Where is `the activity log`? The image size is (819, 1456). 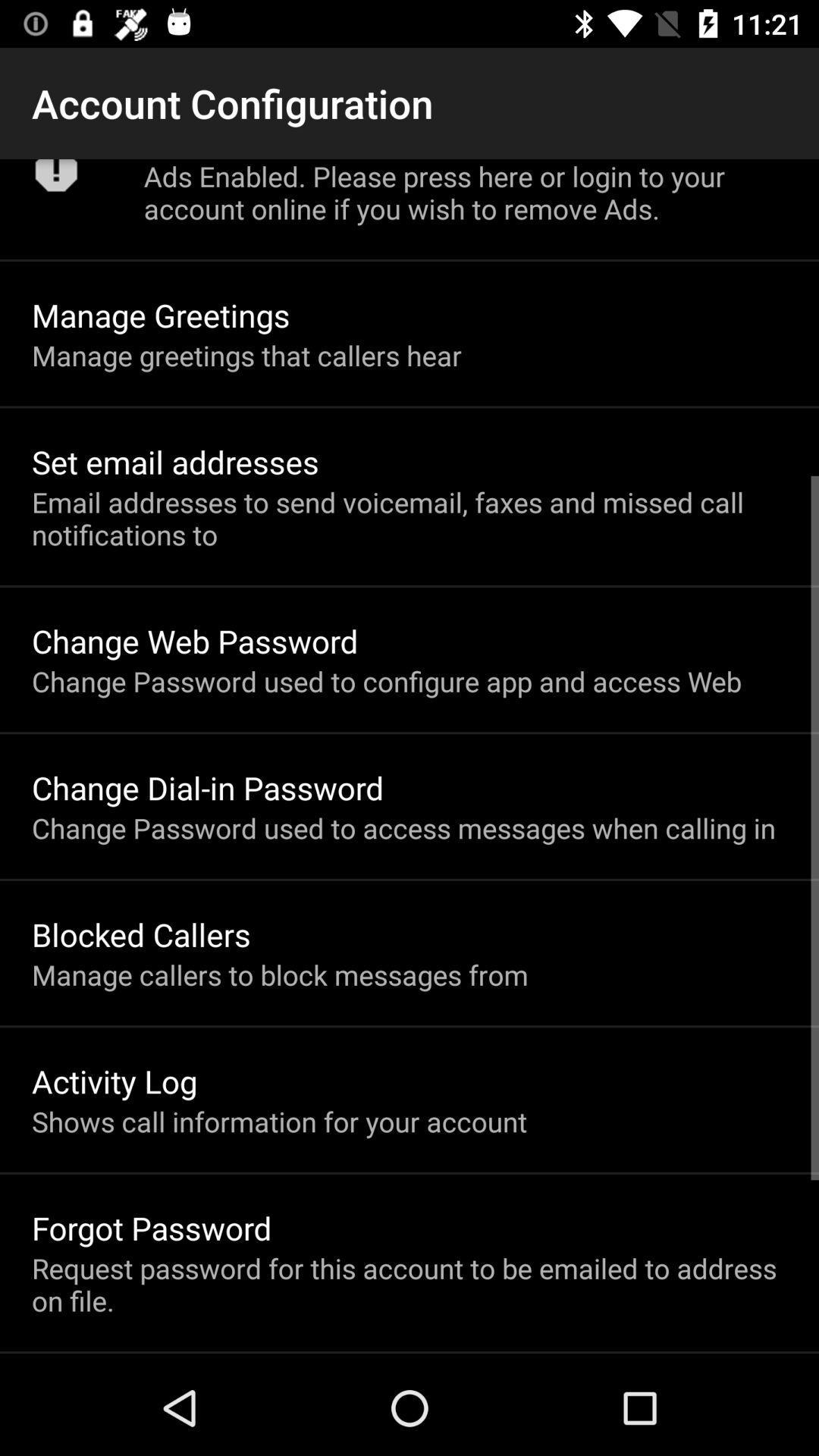
the activity log is located at coordinates (114, 1080).